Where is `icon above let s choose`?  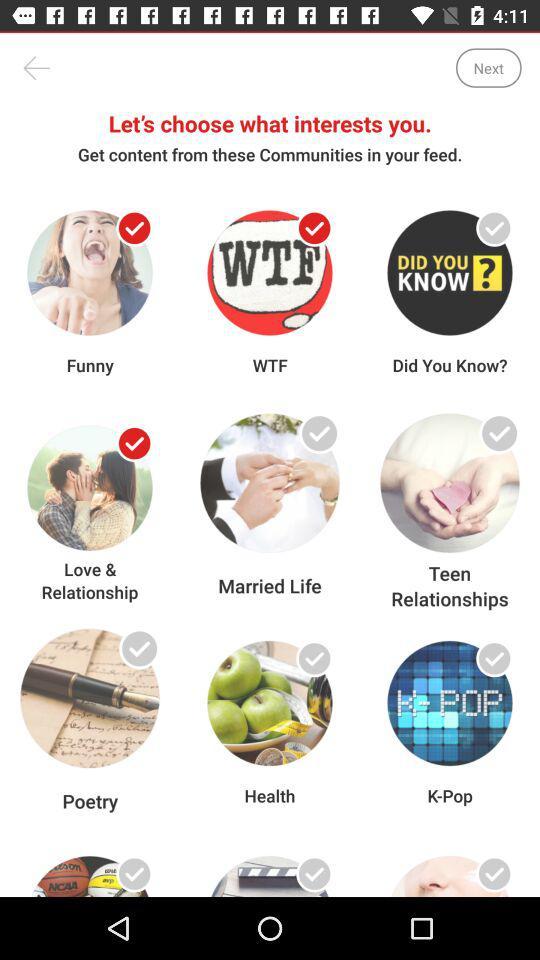 icon above let s choose is located at coordinates (36, 68).